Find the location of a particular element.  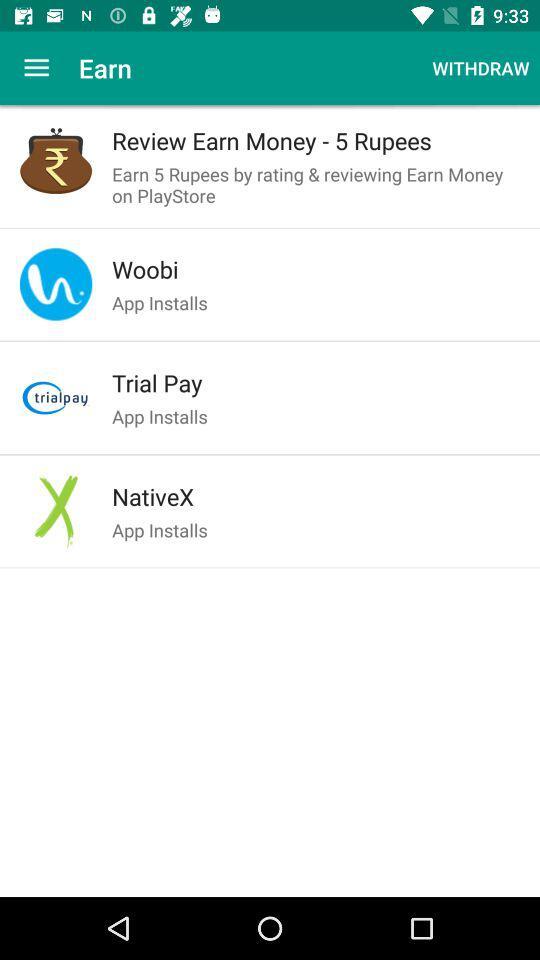

woobi icon is located at coordinates (316, 268).